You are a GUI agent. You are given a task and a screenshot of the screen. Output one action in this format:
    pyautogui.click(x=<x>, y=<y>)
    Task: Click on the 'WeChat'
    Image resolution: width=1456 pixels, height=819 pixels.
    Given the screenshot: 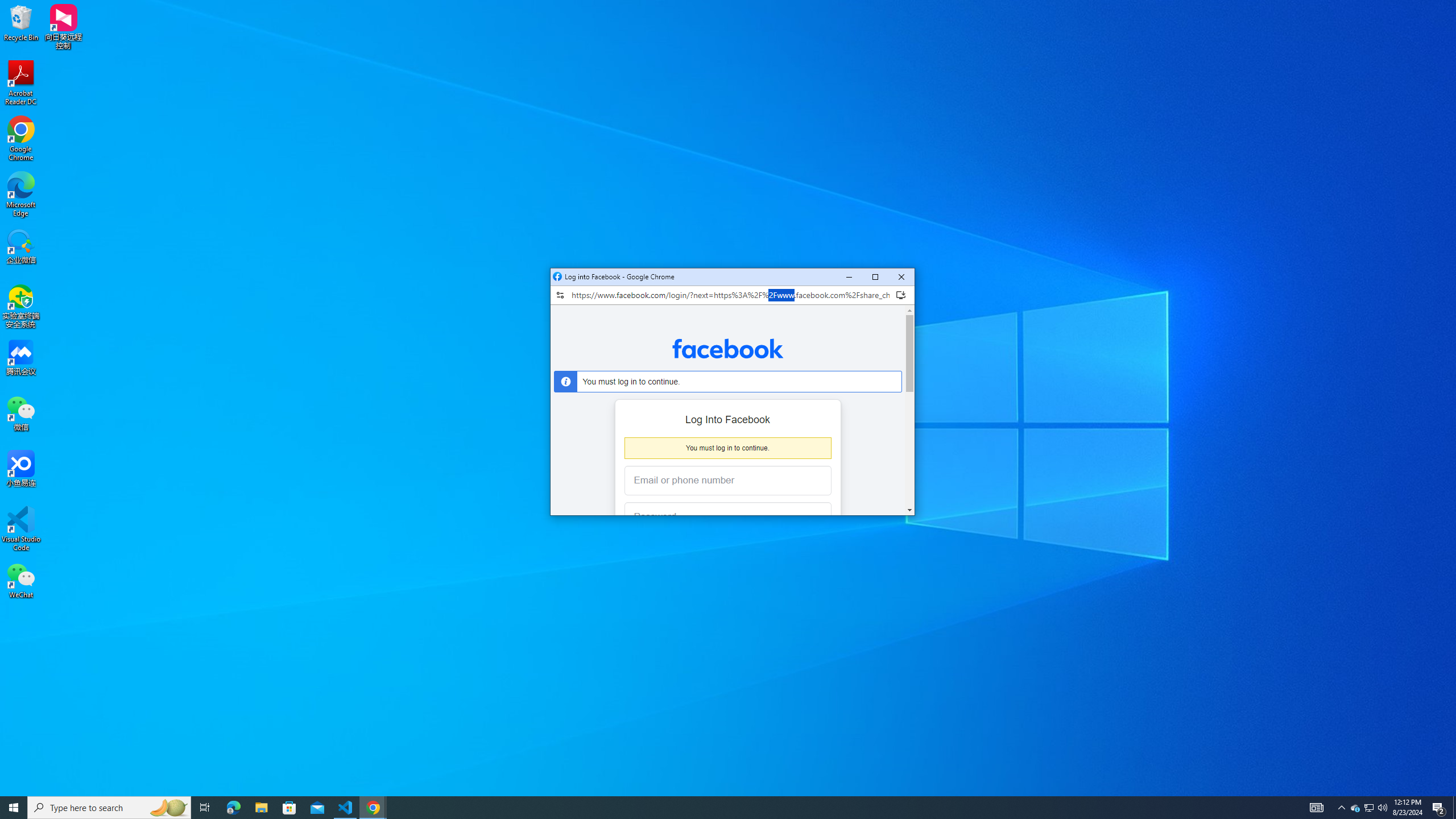 What is the action you would take?
    pyautogui.click(x=20, y=580)
    